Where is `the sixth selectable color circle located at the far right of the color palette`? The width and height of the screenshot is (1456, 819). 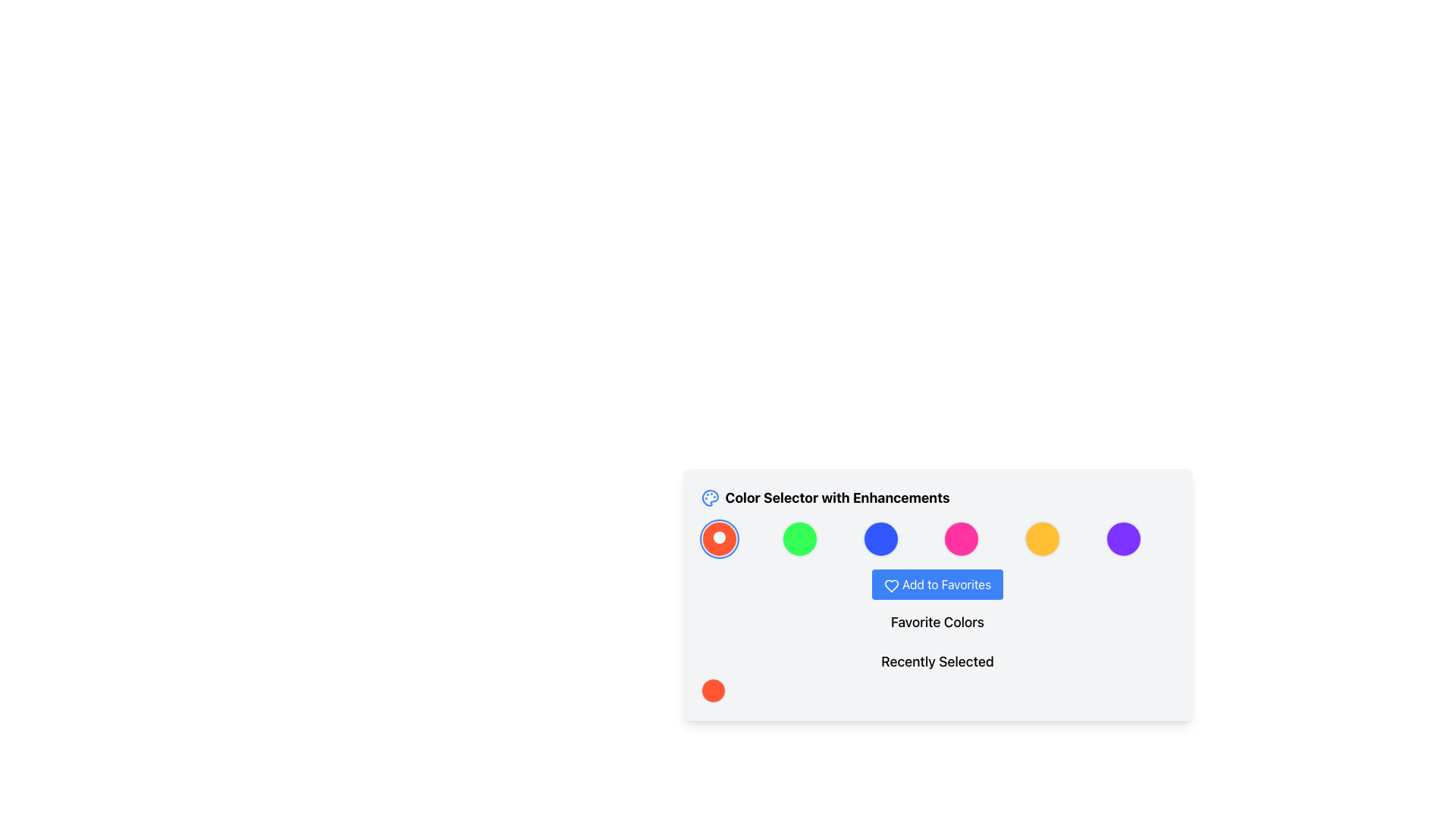
the sixth selectable color circle located at the far right of the color palette is located at coordinates (1123, 538).